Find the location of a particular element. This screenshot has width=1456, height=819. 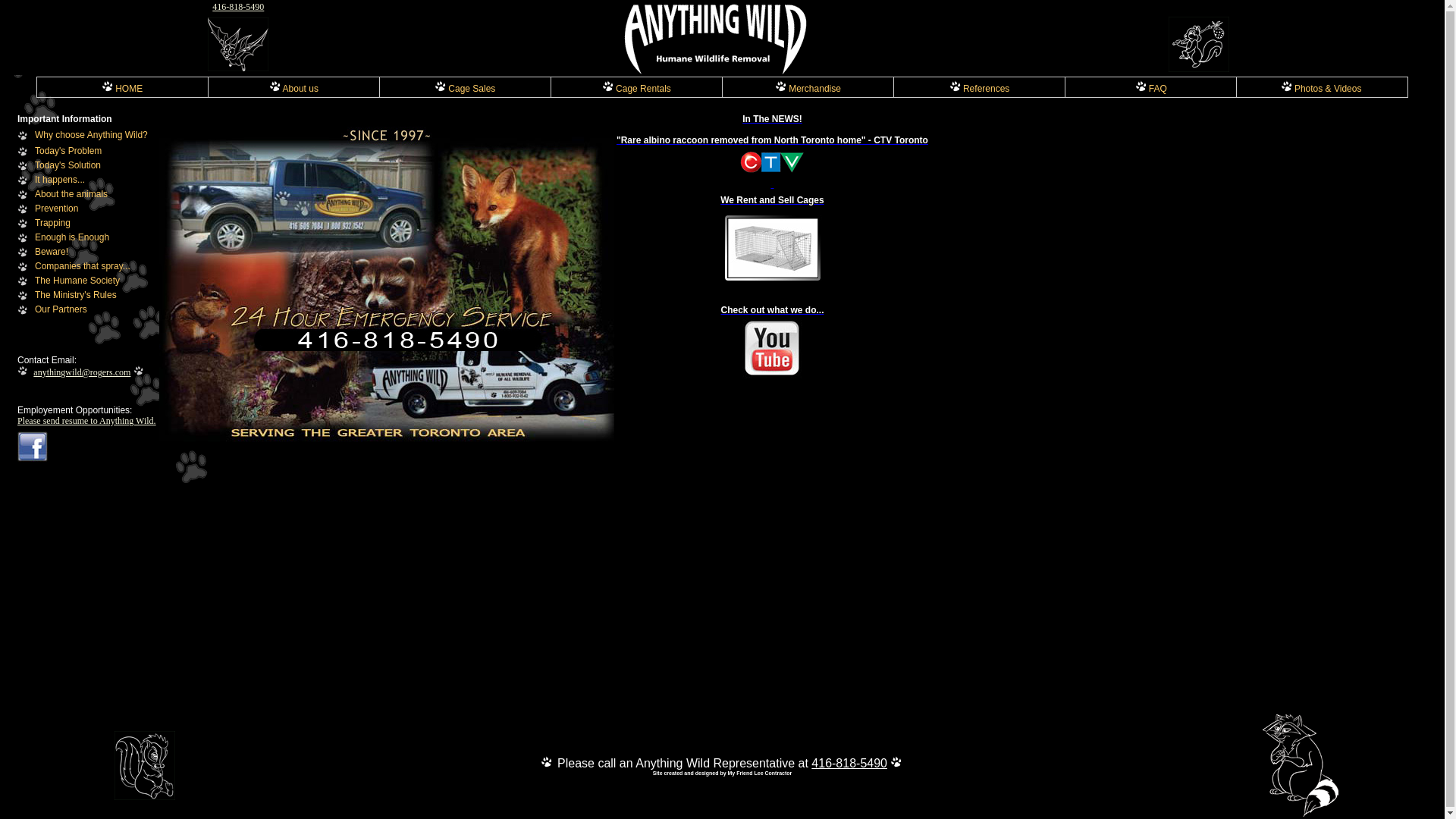

'Enough is Enough' is located at coordinates (71, 237).